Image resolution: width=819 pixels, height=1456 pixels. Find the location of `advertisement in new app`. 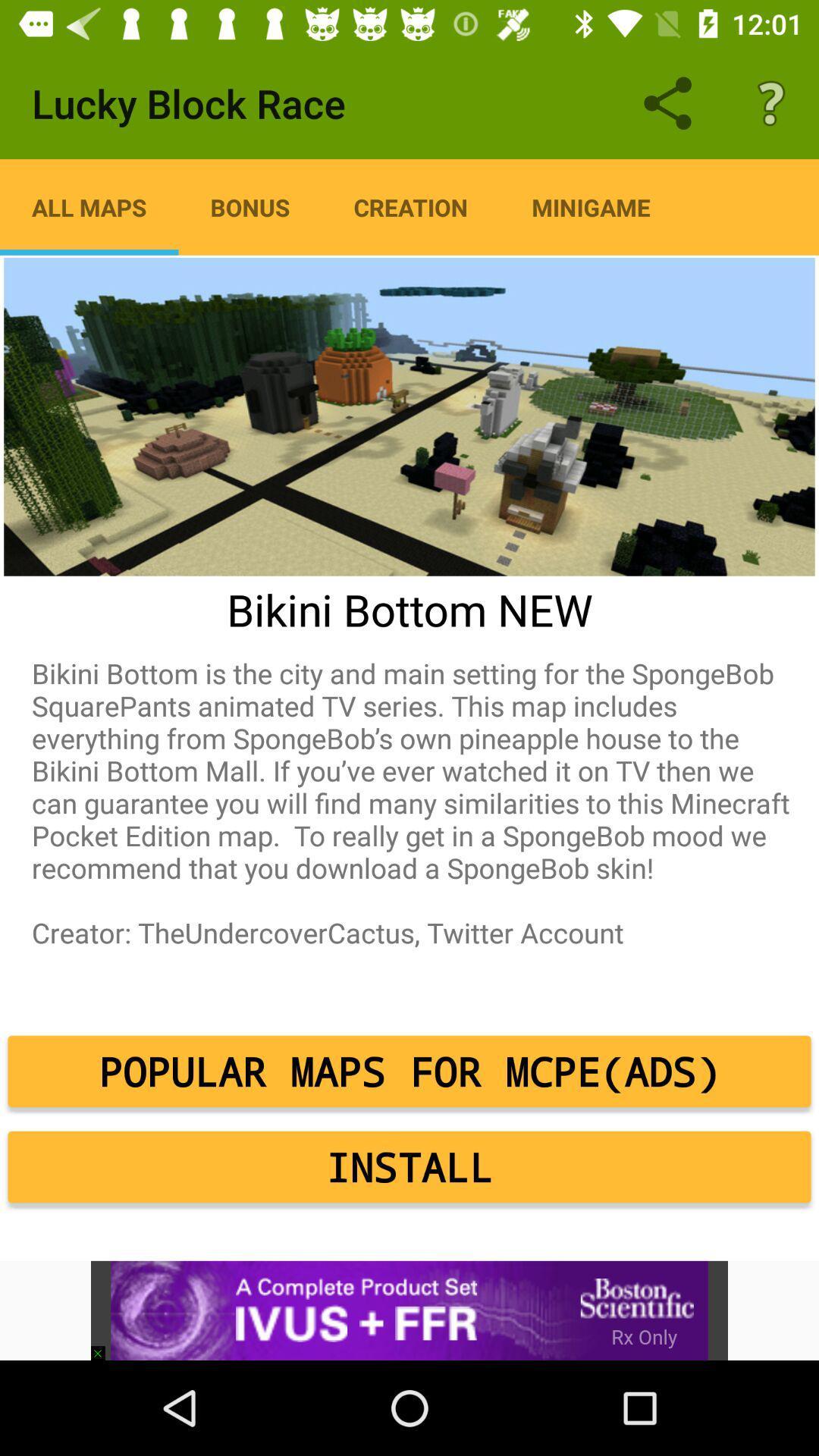

advertisement in new app is located at coordinates (409, 1310).